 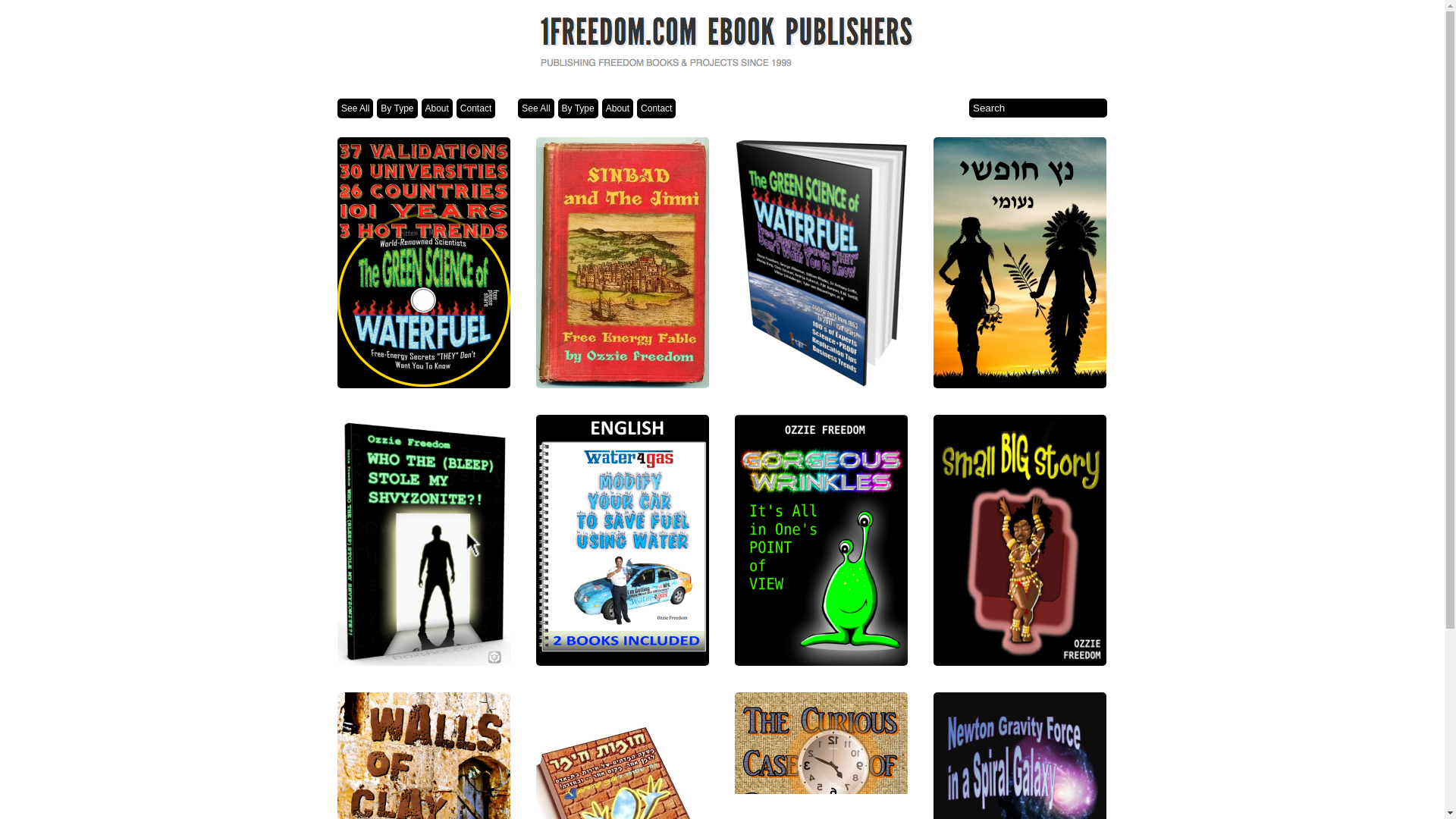 I want to click on 'Search', so click(x=1037, y=107).